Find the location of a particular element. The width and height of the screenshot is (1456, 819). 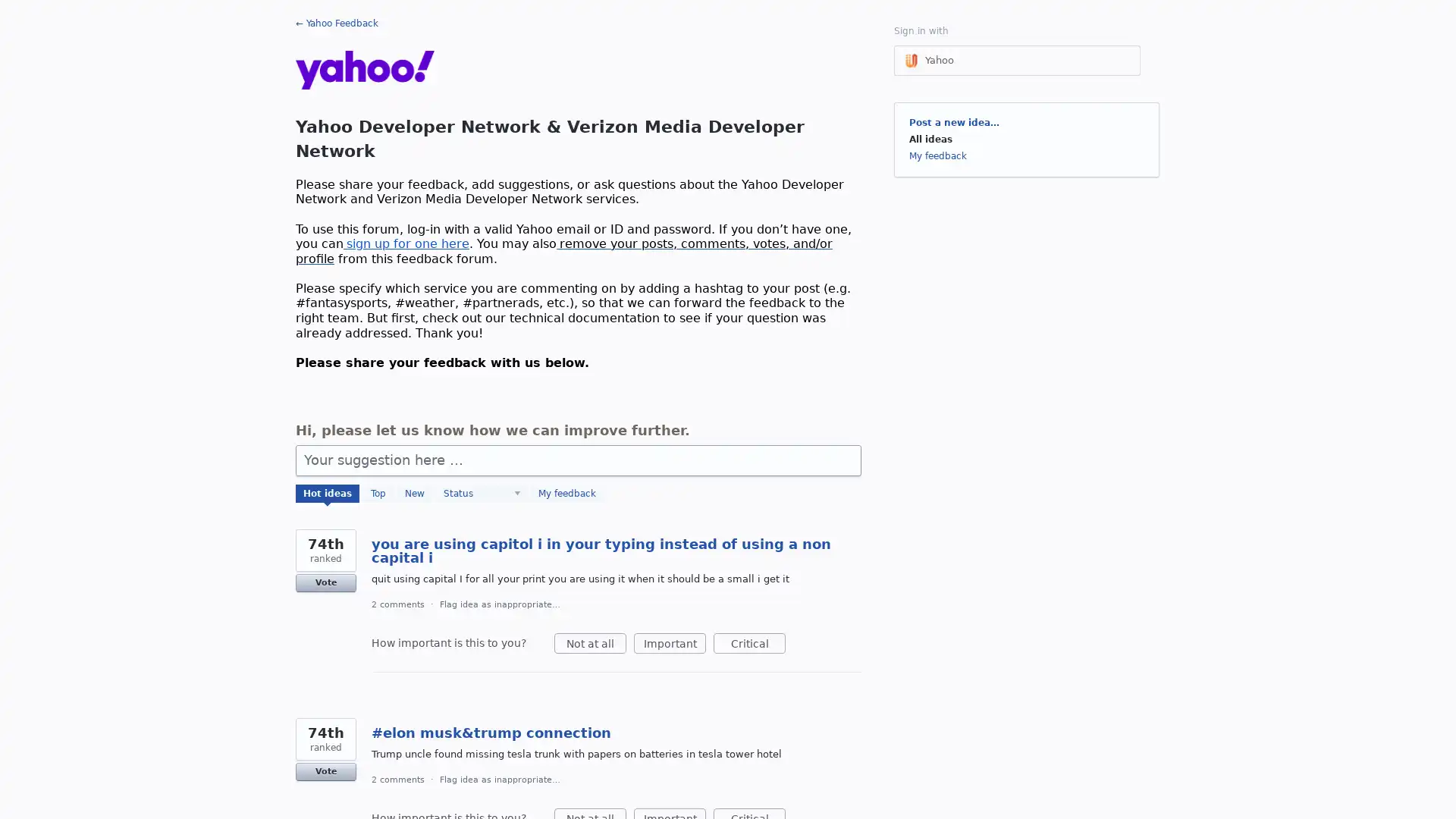

Yahoo sign in is located at coordinates (1016, 58).